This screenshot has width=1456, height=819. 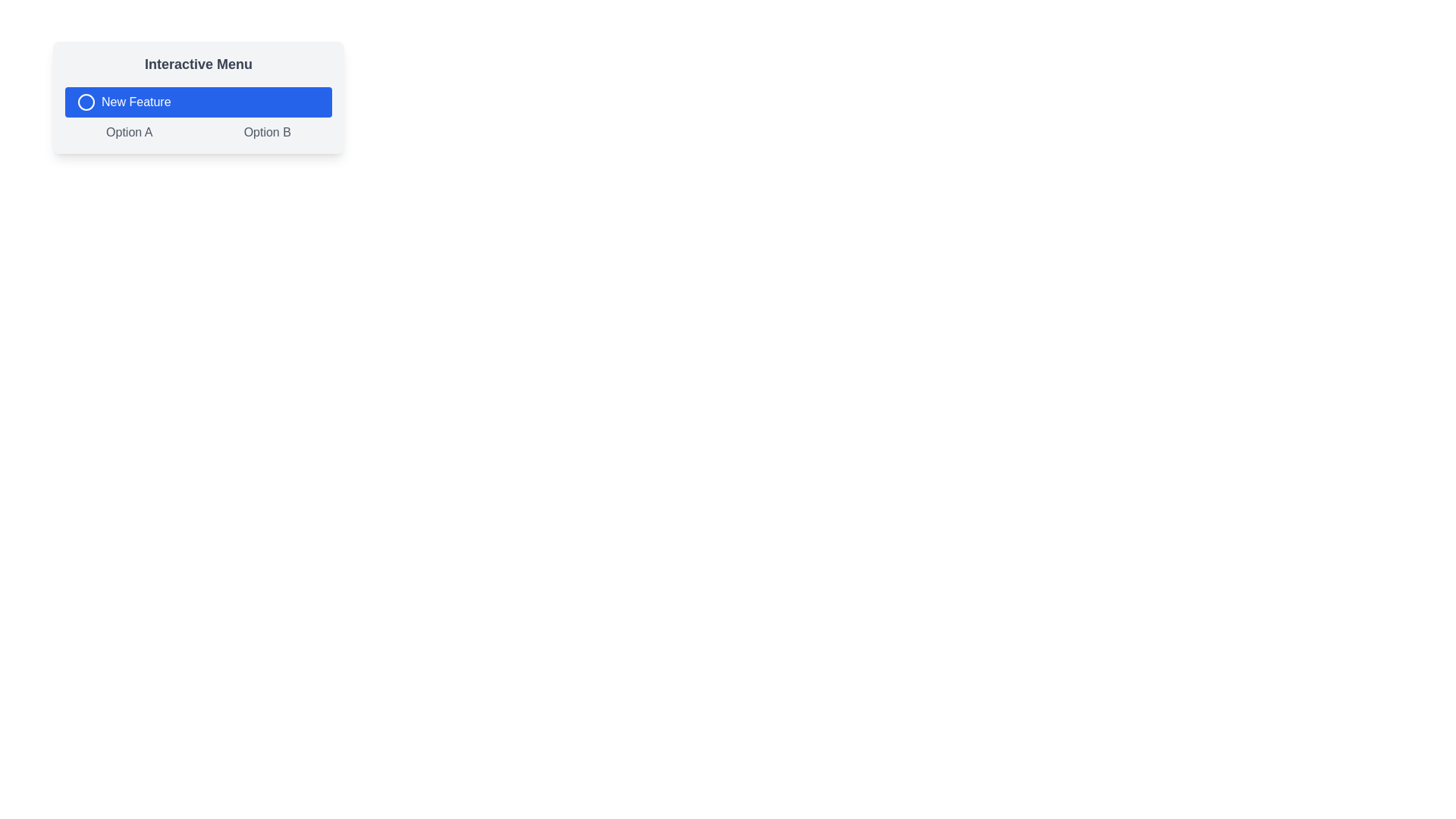 What do you see at coordinates (198, 131) in the screenshot?
I see `the 'Option A' button located in the button group below the 'New Feature' button, which is horizontally aligned with 'Option B'` at bounding box center [198, 131].